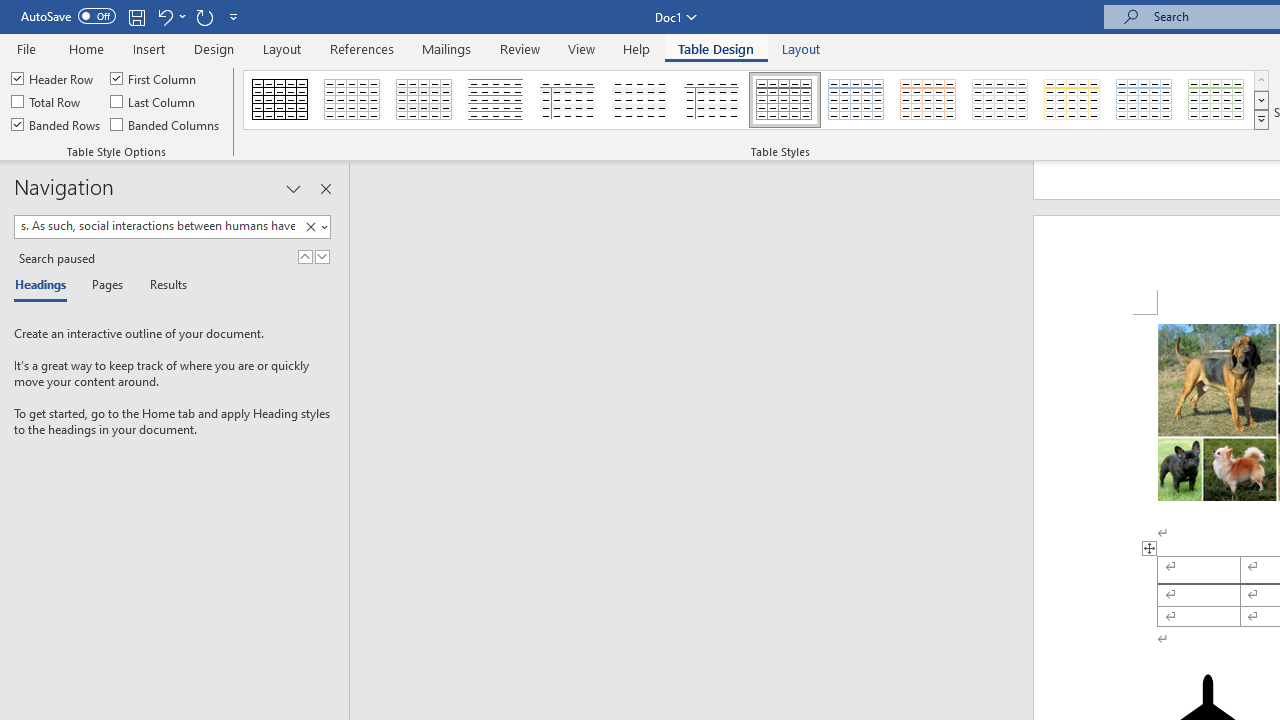  What do you see at coordinates (53, 77) in the screenshot?
I see `'Header Row'` at bounding box center [53, 77].